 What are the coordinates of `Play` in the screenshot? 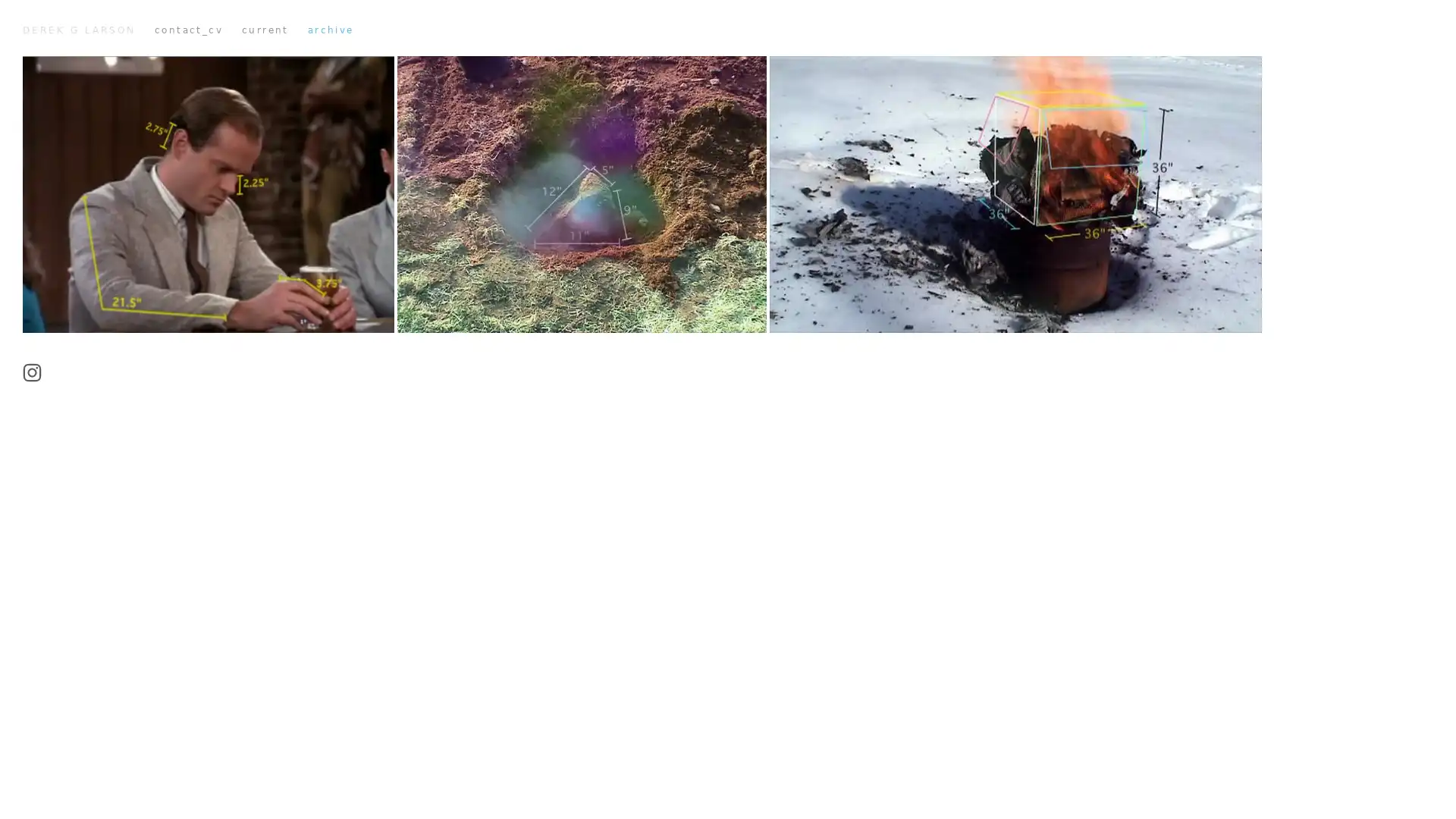 It's located at (728, 690).